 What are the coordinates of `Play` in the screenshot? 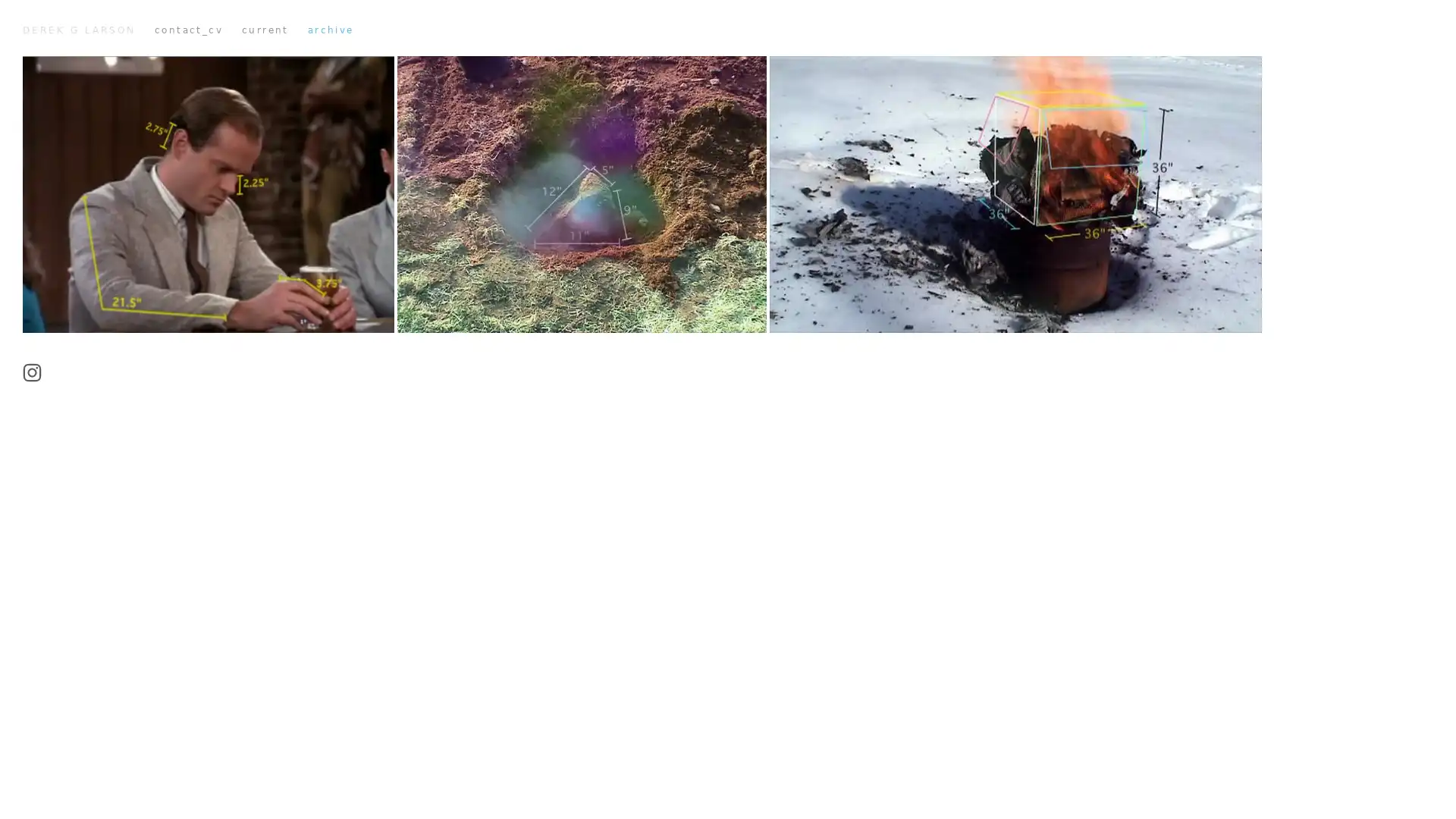 It's located at (728, 690).